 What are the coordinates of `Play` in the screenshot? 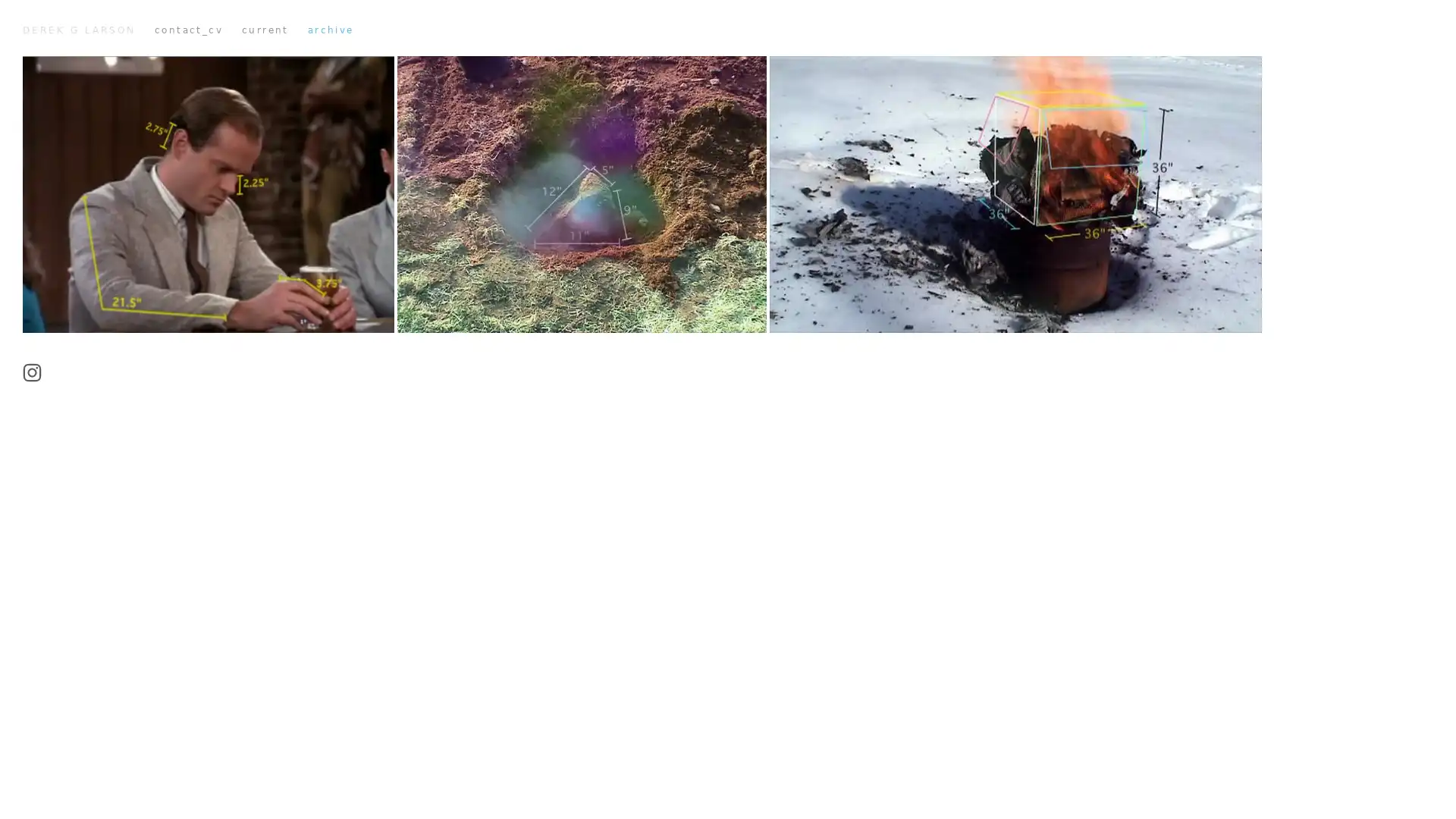 It's located at (728, 690).